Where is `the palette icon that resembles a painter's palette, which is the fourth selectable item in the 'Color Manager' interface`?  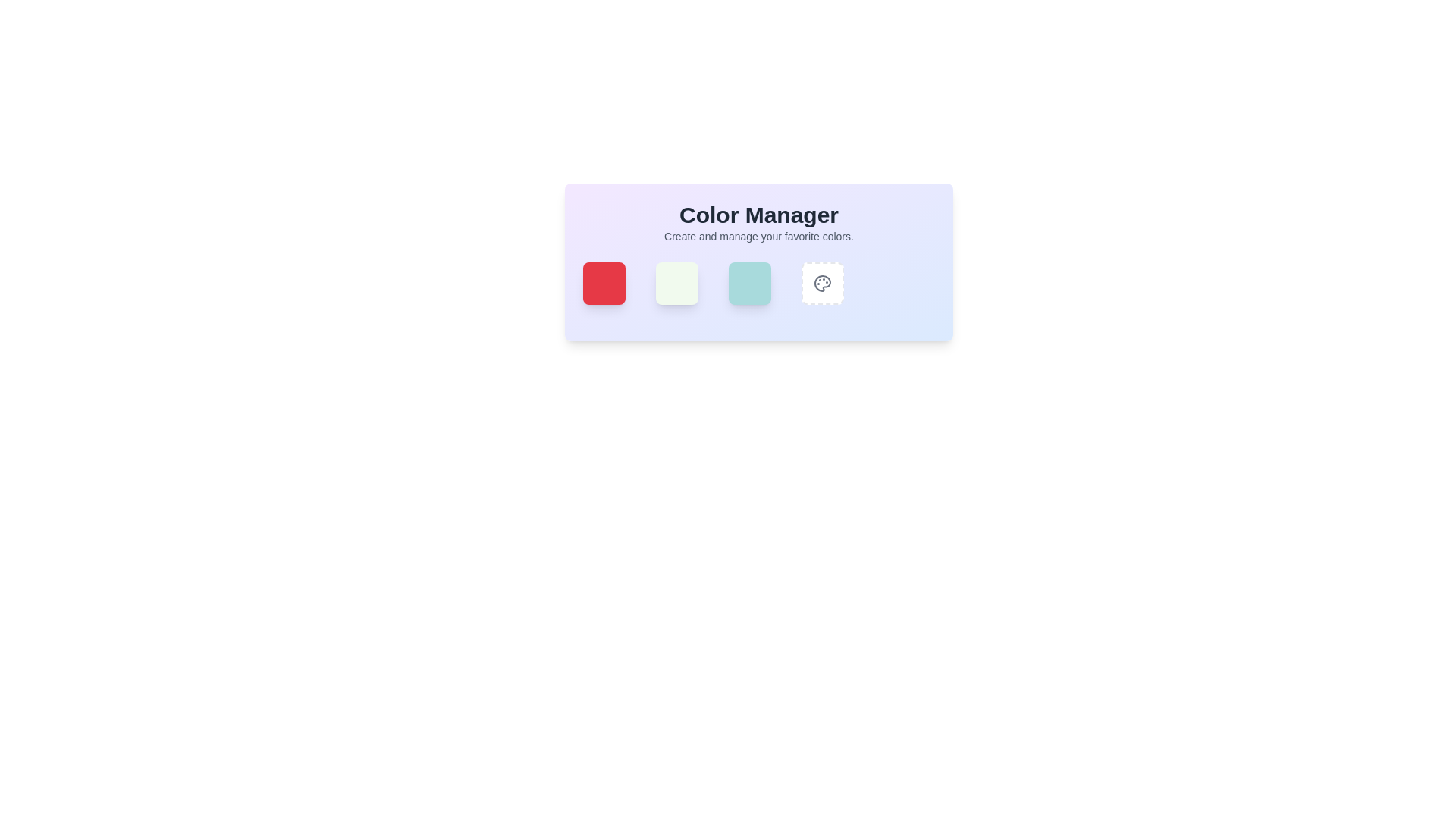 the palette icon that resembles a painter's palette, which is the fourth selectable item in the 'Color Manager' interface is located at coordinates (821, 284).